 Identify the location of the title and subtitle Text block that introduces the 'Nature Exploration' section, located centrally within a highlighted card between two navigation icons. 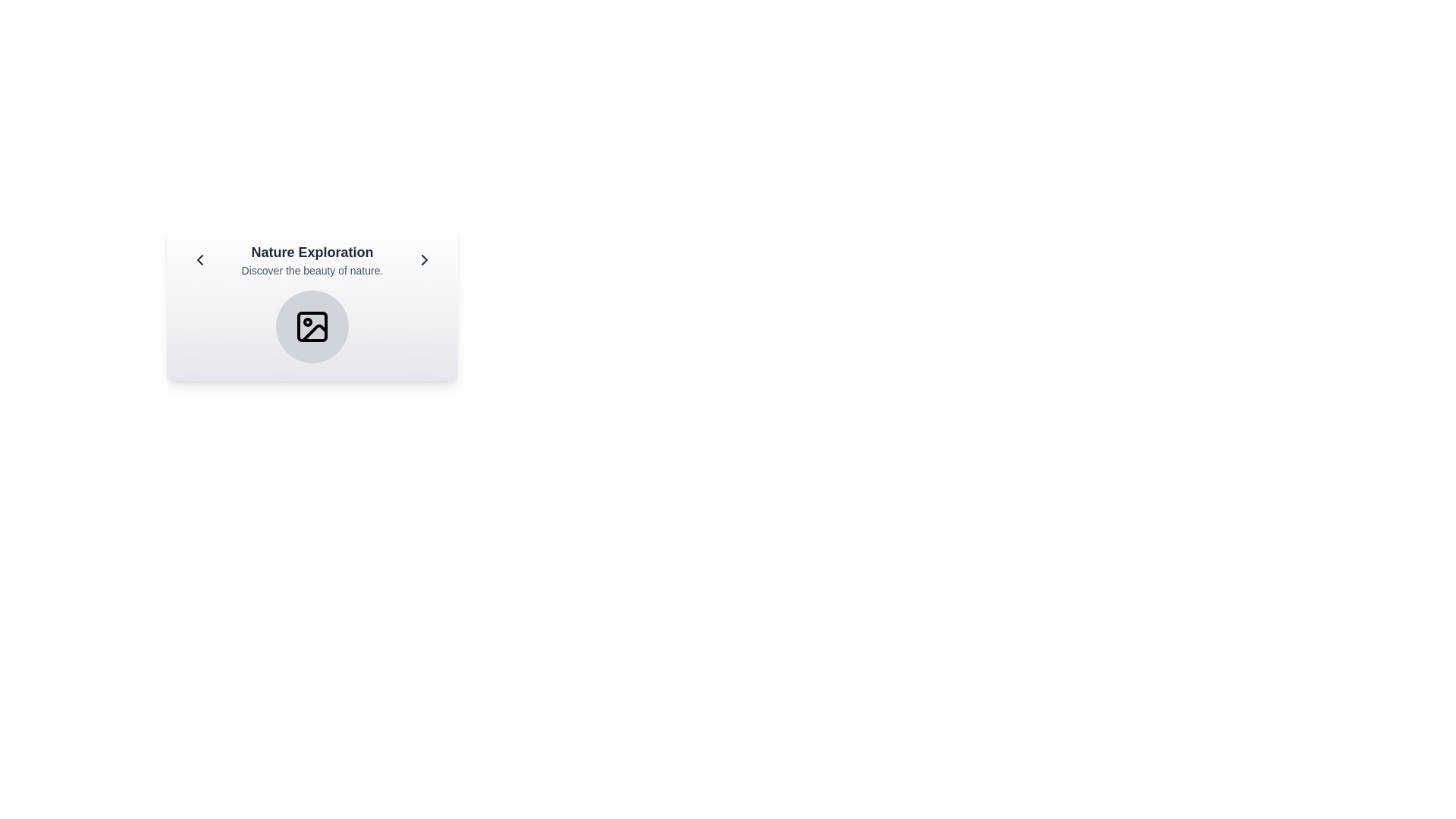
(312, 259).